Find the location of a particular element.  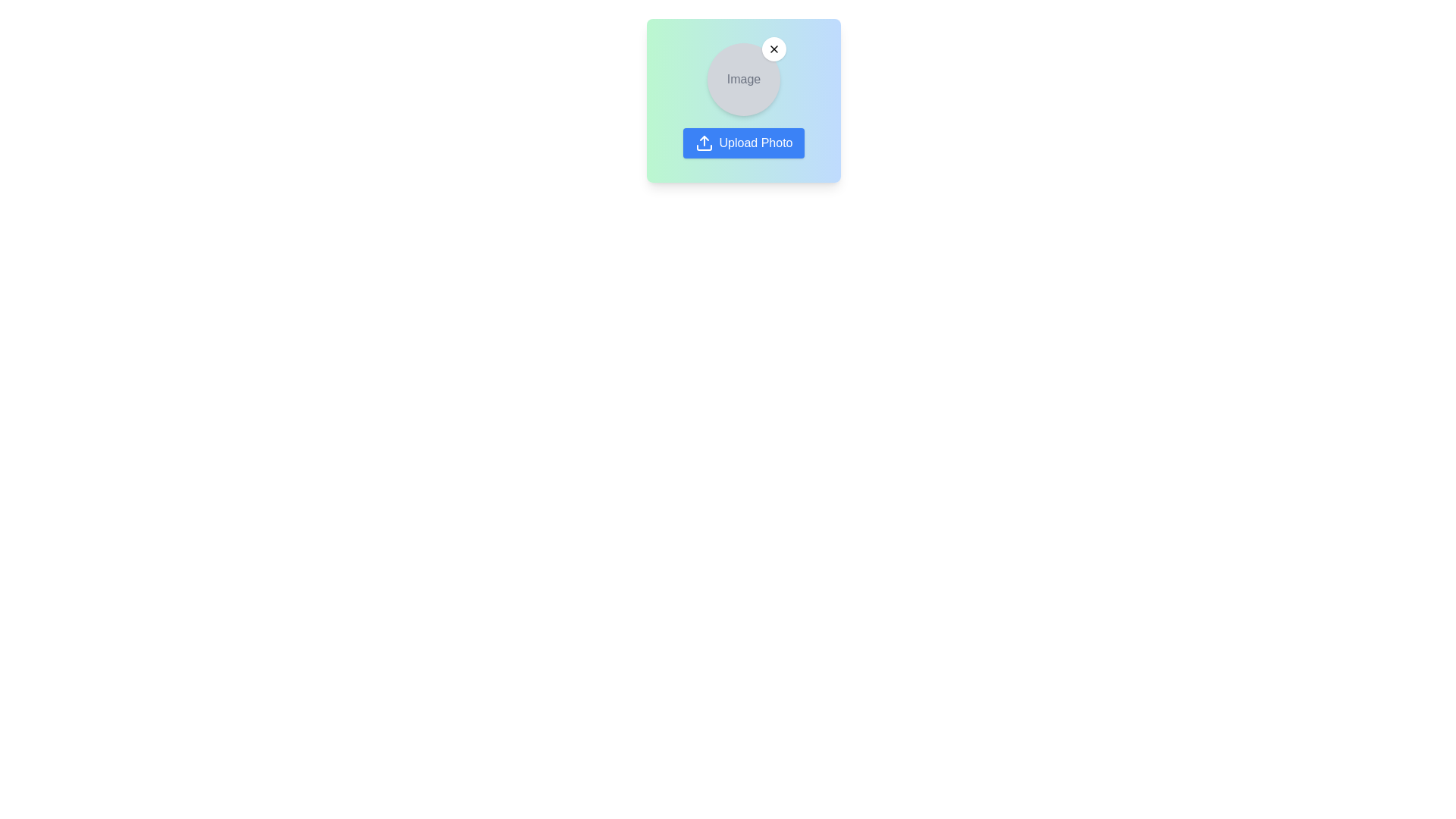

the interactive close button located in the top-right corner of the card layout to change its color is located at coordinates (774, 49).